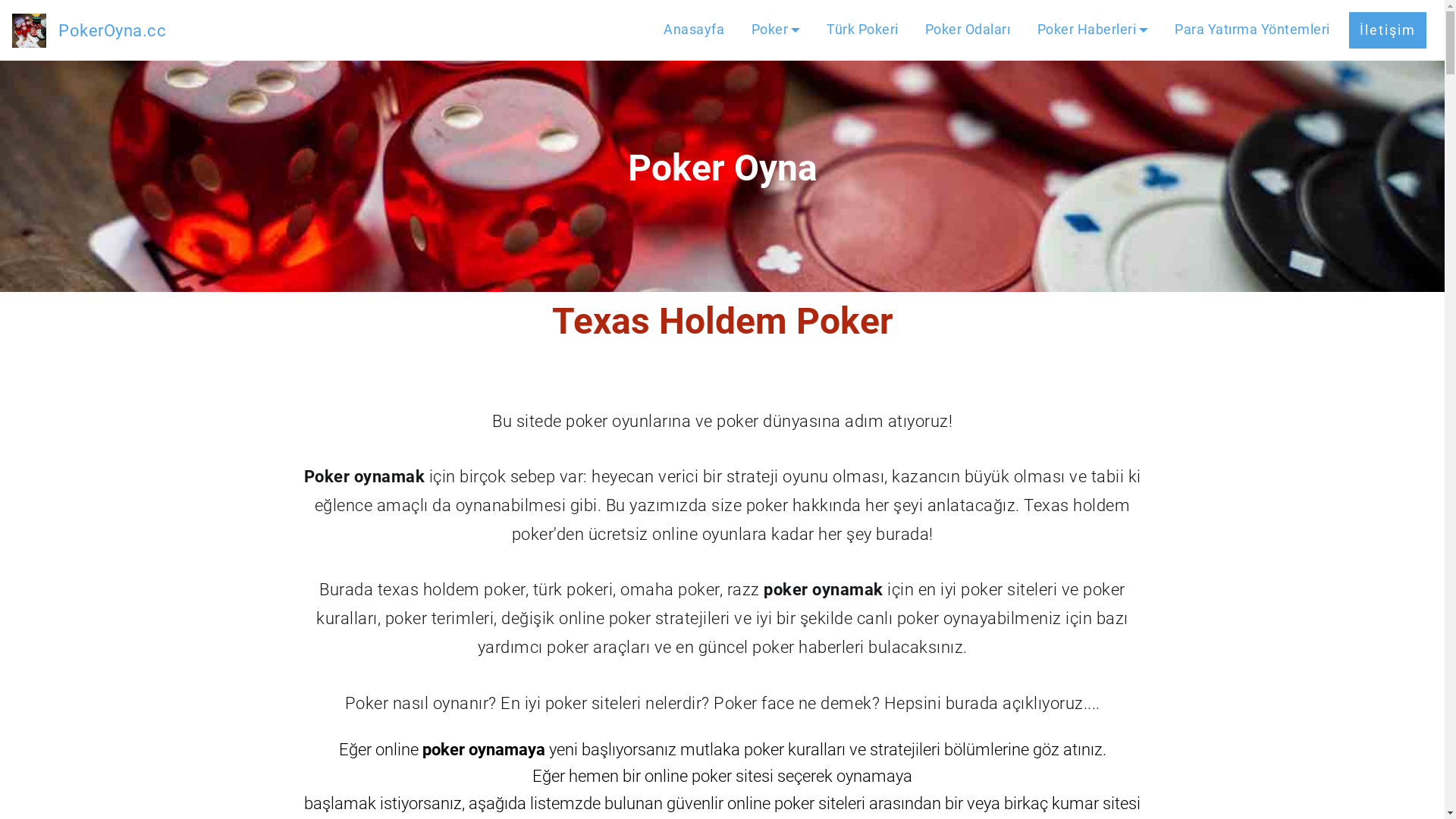  I want to click on 'Anasayfa', so click(693, 30).